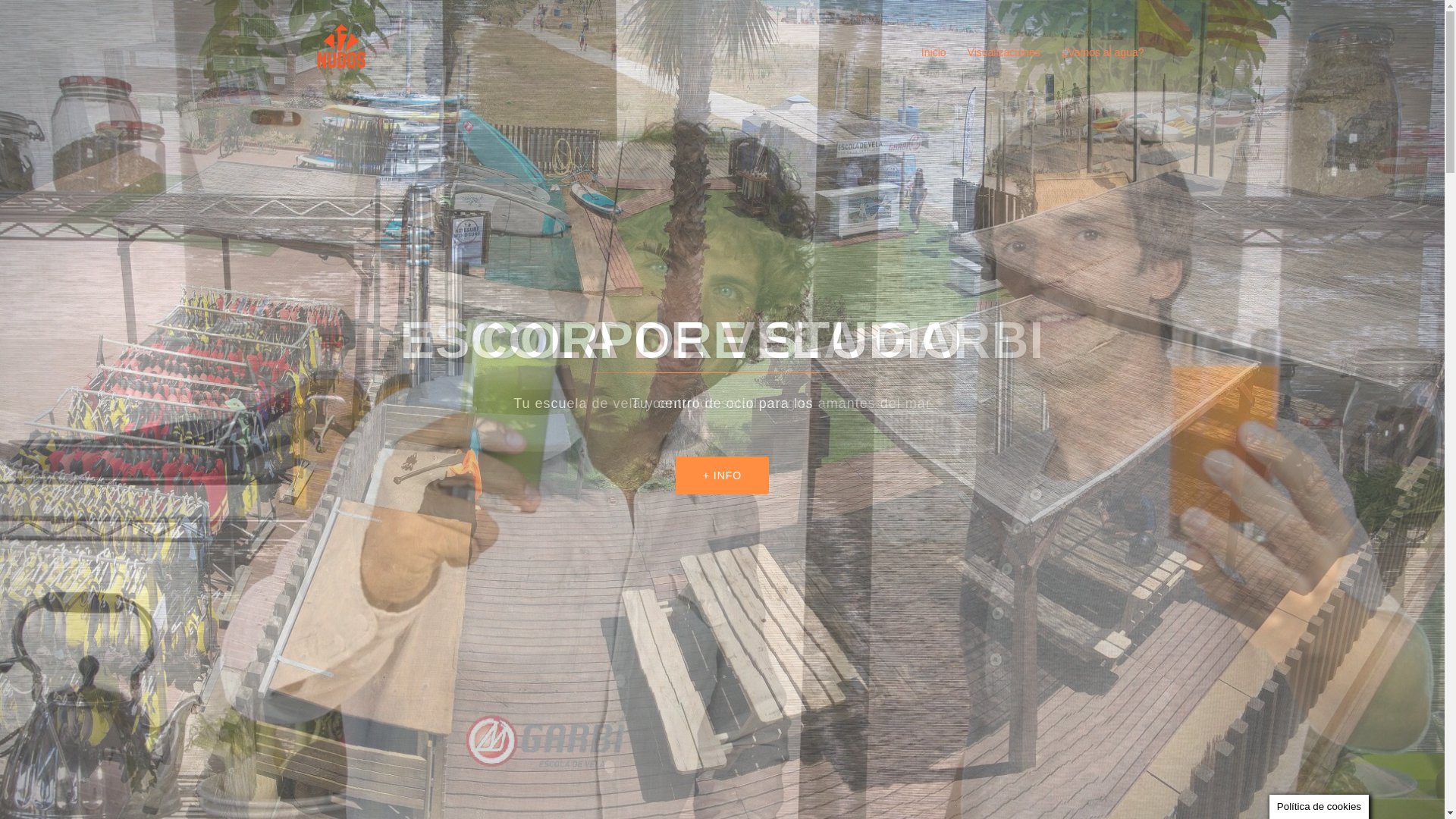 The width and height of the screenshot is (1456, 819). What do you see at coordinates (933, 52) in the screenshot?
I see `'Inicio'` at bounding box center [933, 52].